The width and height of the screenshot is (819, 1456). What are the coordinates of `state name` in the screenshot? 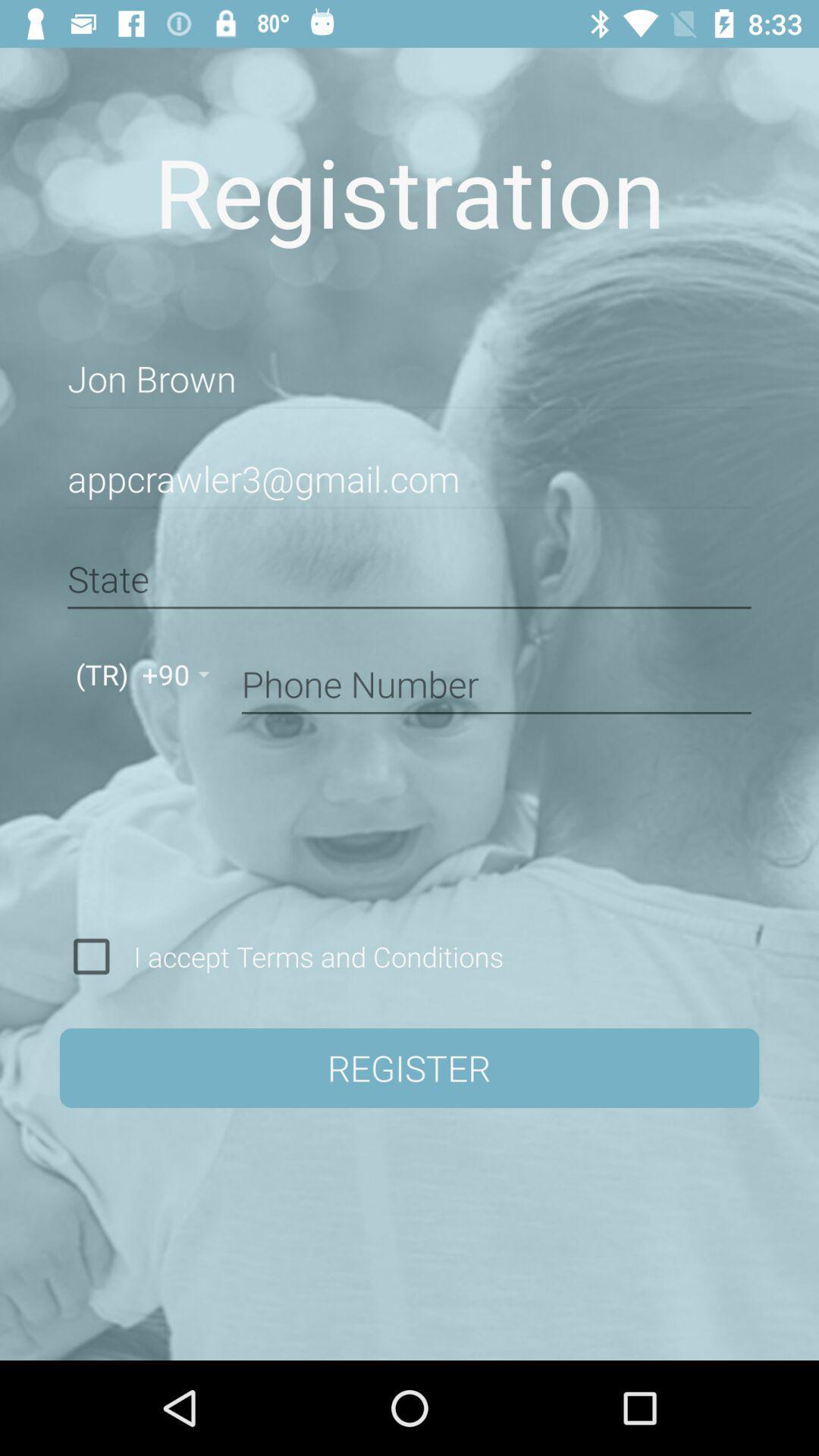 It's located at (409, 579).